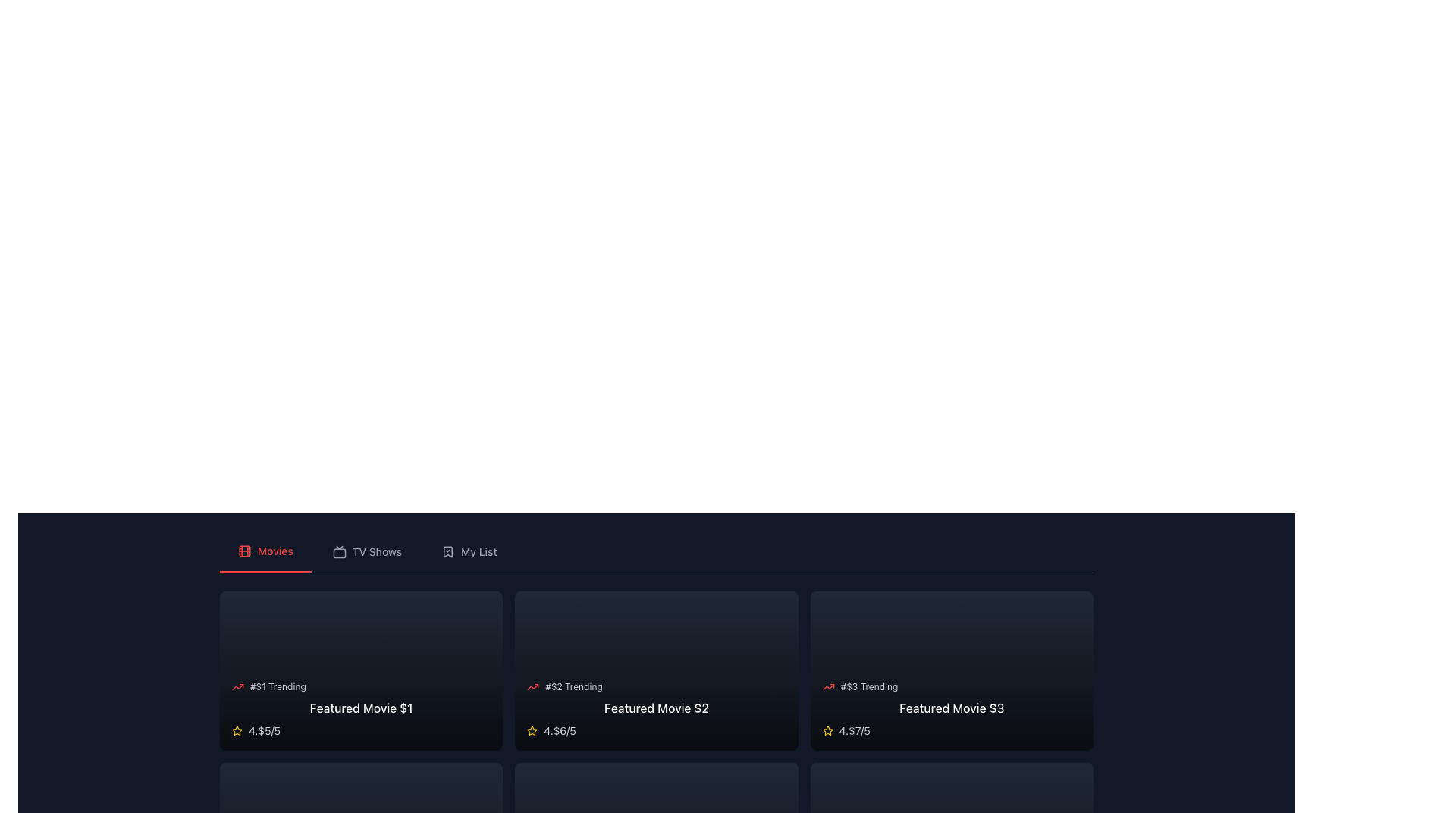 This screenshot has height=819, width=1456. I want to click on the filled star icon representing the rating system located at the bottom-right corner of the 'Featured Movie $3' card, which is inline with the text '4.7/5', so click(532, 730).